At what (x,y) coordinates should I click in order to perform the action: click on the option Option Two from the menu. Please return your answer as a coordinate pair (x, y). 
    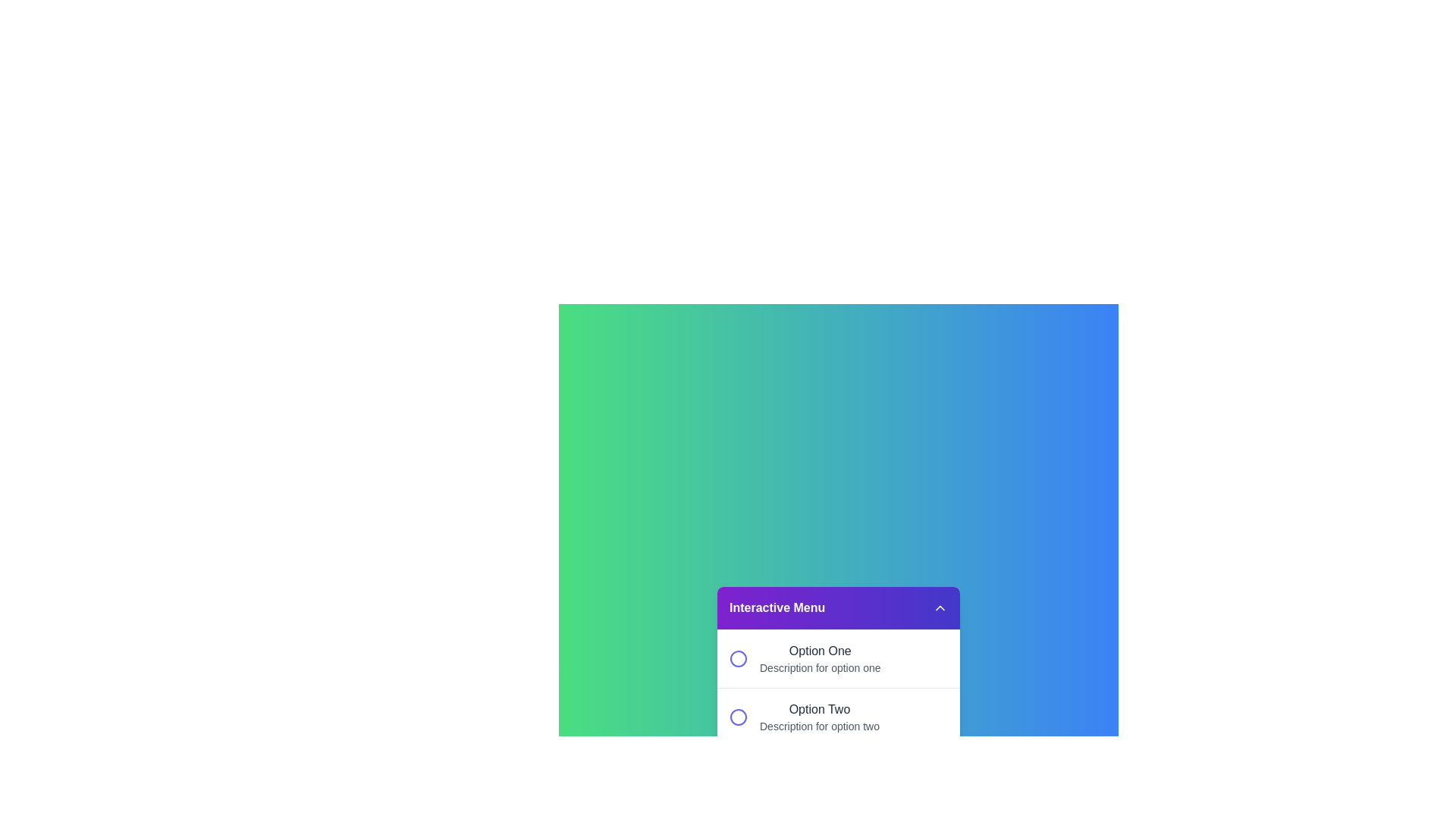
    Looking at the image, I should click on (837, 717).